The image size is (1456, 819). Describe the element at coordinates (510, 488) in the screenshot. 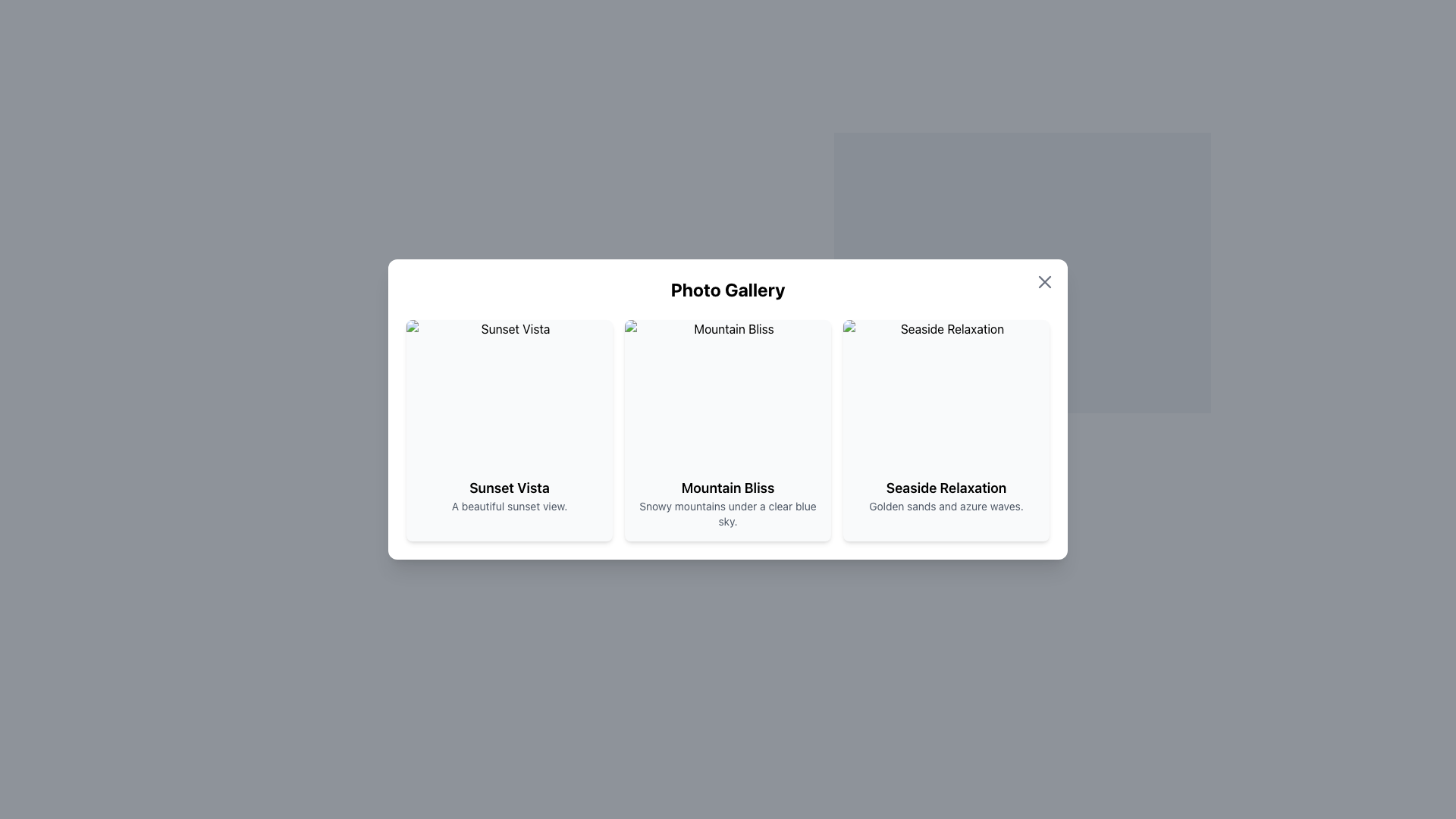

I see `the 'Sunset Vista' text element, which is bold and centered in the leftmost card of the 'Photo Gallery' panel, positioned above the description text 'A beautiful sunset view.'` at that location.